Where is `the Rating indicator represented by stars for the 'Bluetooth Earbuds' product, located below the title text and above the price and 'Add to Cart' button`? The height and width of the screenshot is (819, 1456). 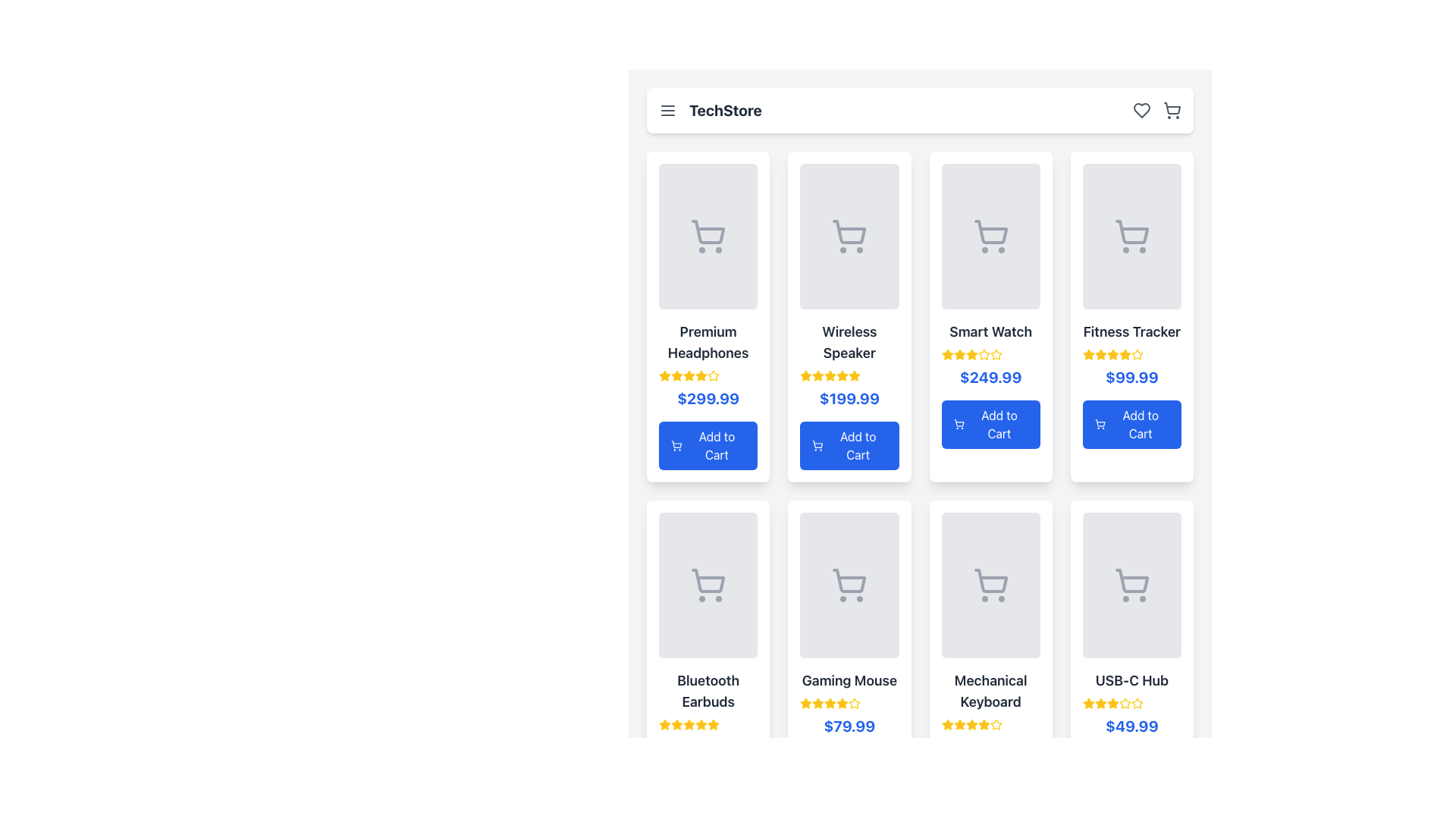 the Rating indicator represented by stars for the 'Bluetooth Earbuds' product, located below the title text and above the price and 'Add to Cart' button is located at coordinates (708, 724).